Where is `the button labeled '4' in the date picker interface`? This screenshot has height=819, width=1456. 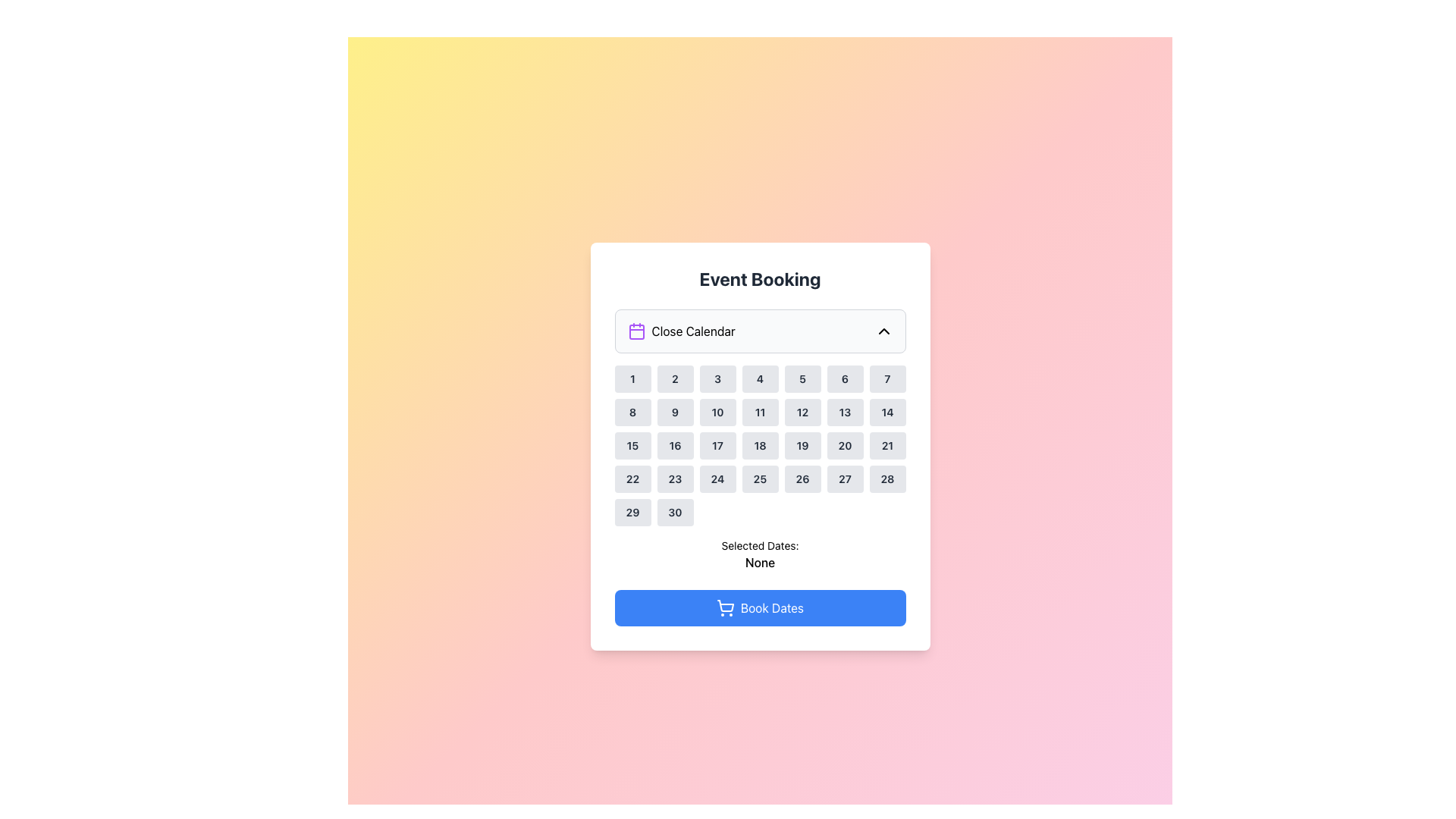
the button labeled '4' in the date picker interface is located at coordinates (760, 378).